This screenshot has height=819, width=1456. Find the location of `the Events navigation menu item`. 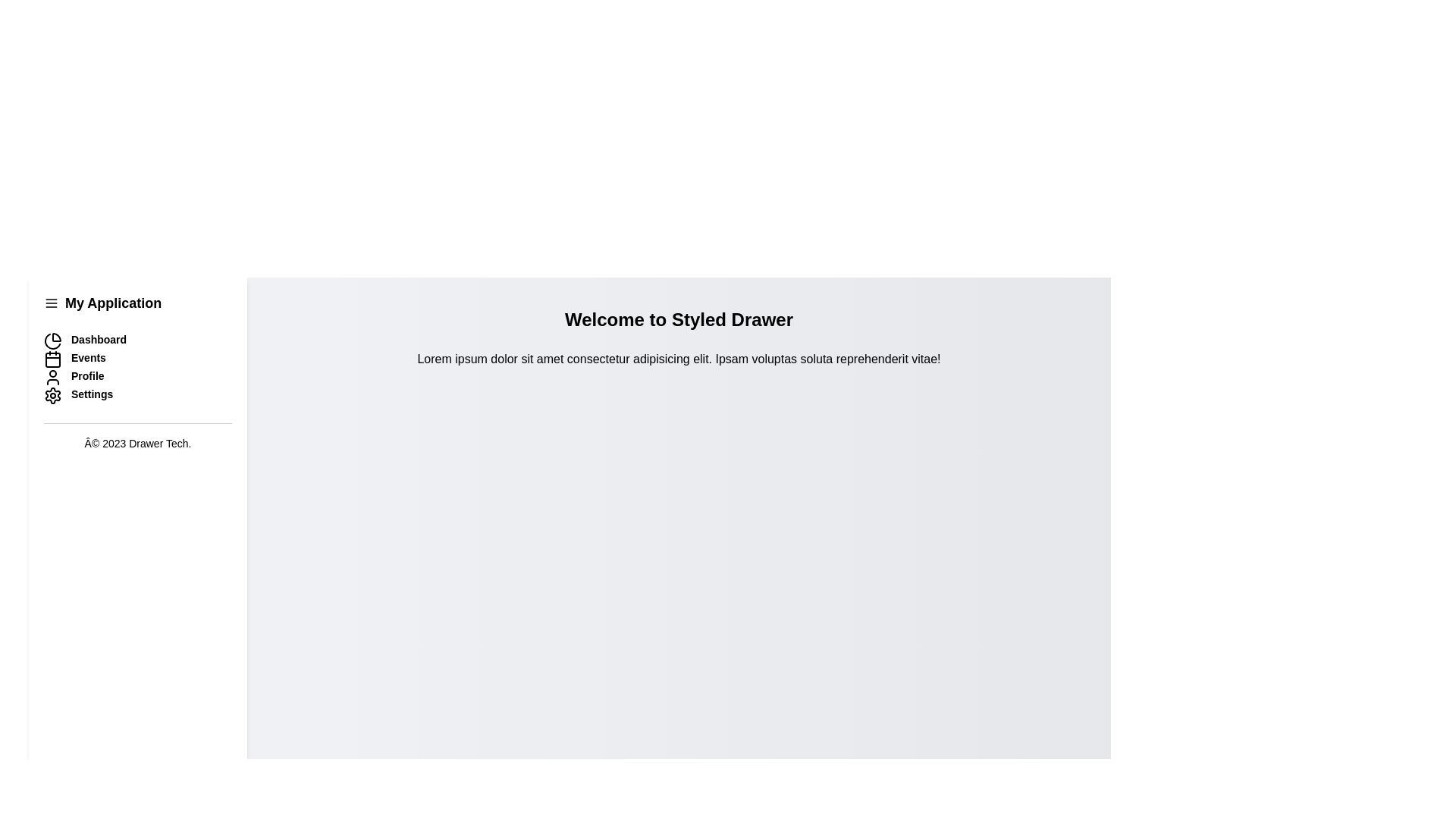

the Events navigation menu item is located at coordinates (138, 359).